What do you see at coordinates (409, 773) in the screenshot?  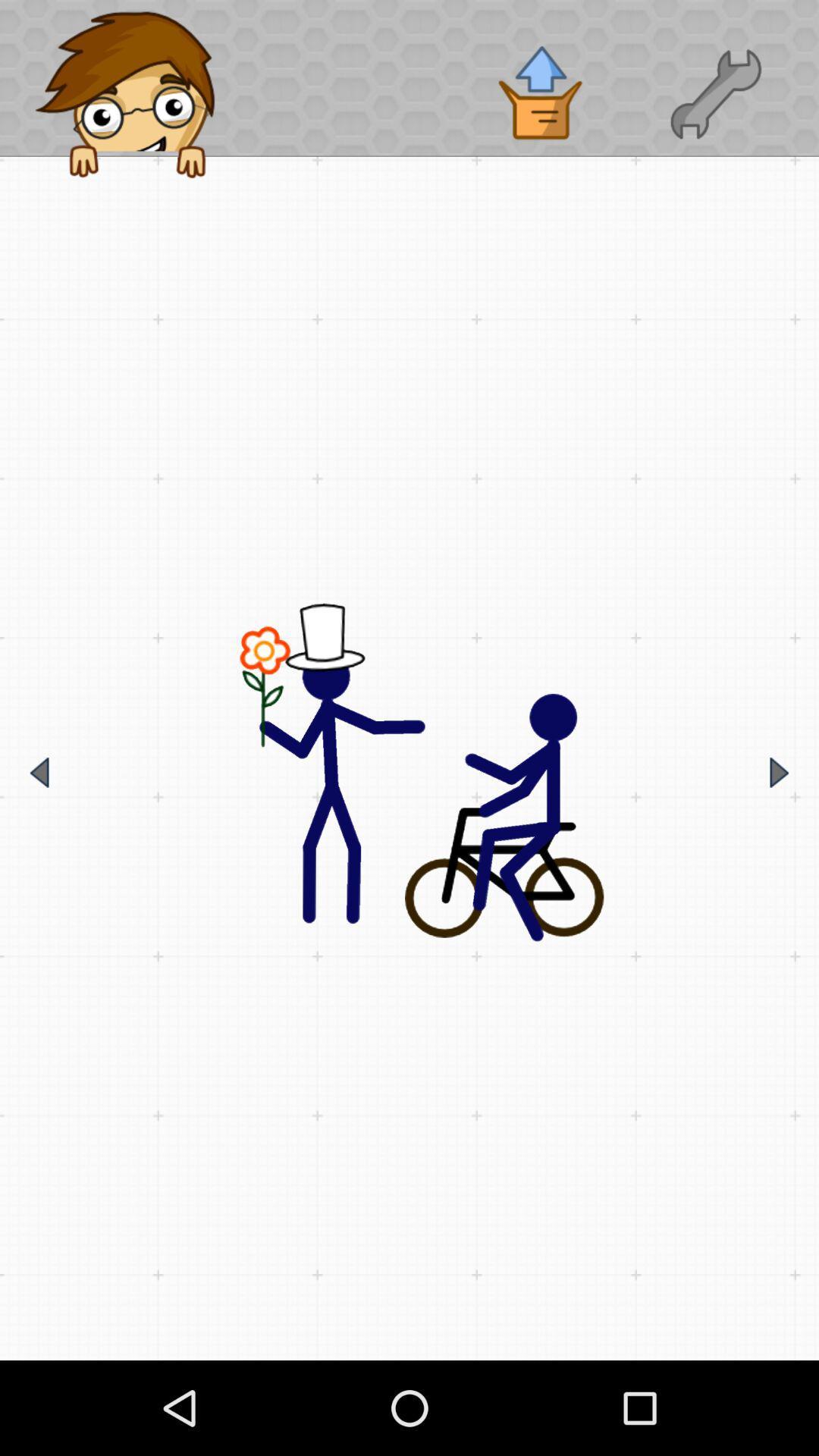 I see `main image` at bounding box center [409, 773].